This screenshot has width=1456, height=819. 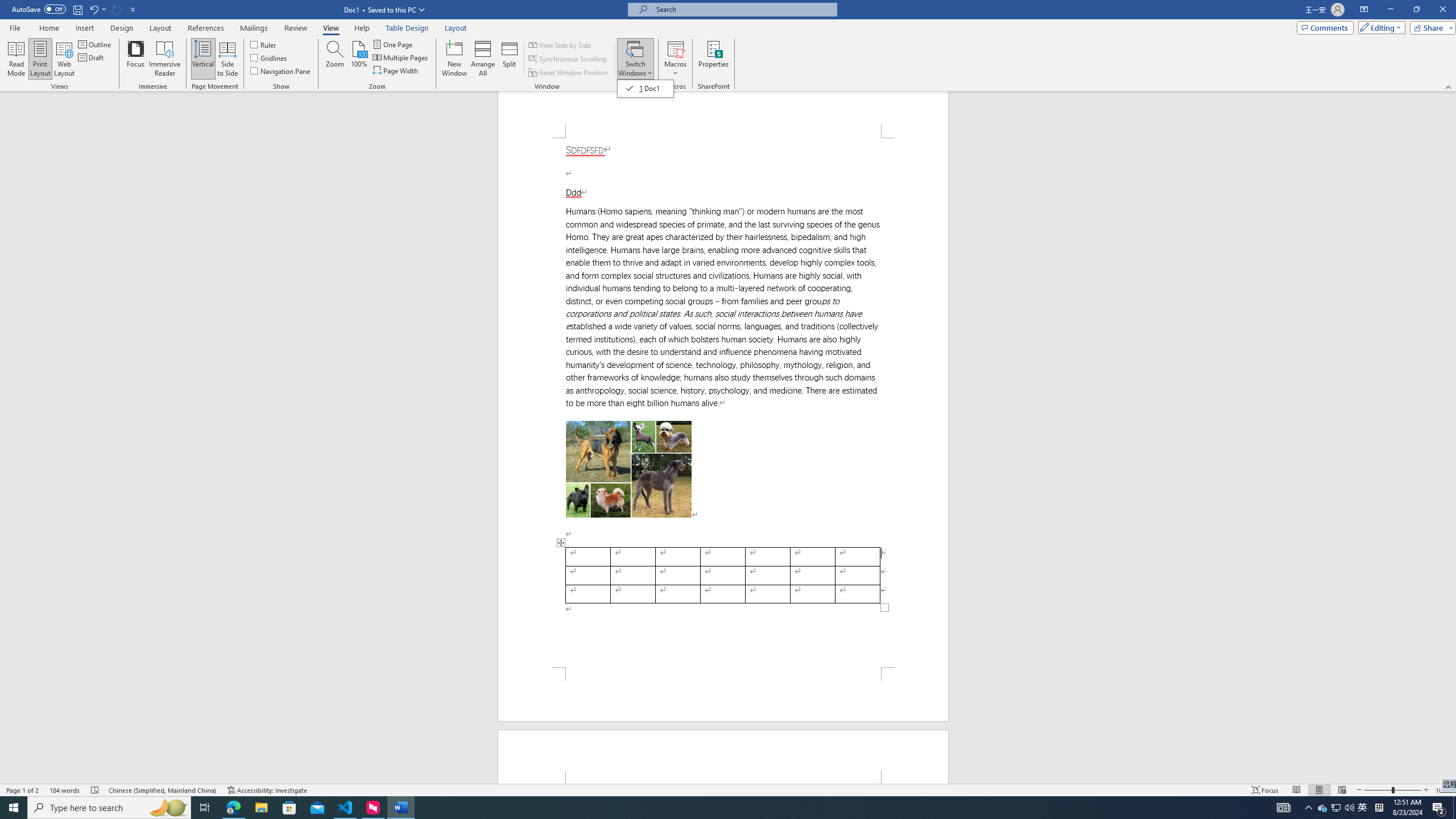 I want to click on 'Microsoft Store', so click(x=289, y=806).